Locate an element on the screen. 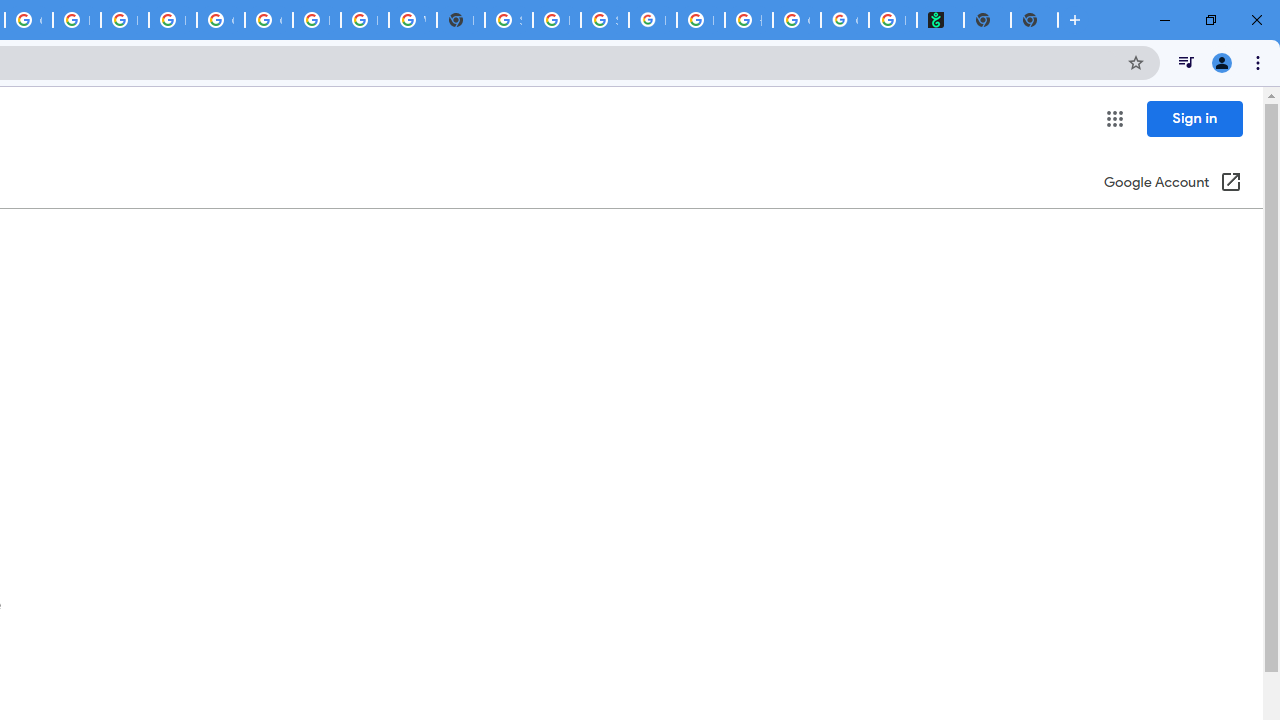  'Google Cloud Platform' is located at coordinates (267, 20).